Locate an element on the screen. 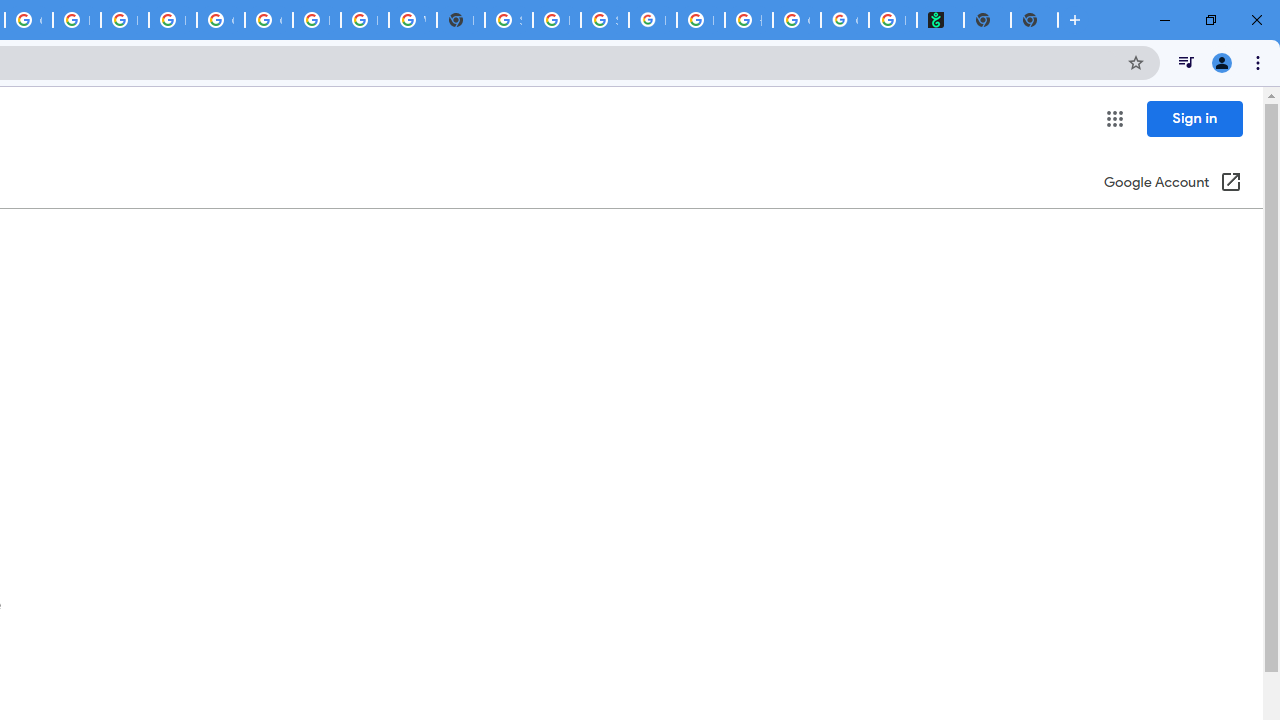  'Google Cloud Platform' is located at coordinates (267, 20).